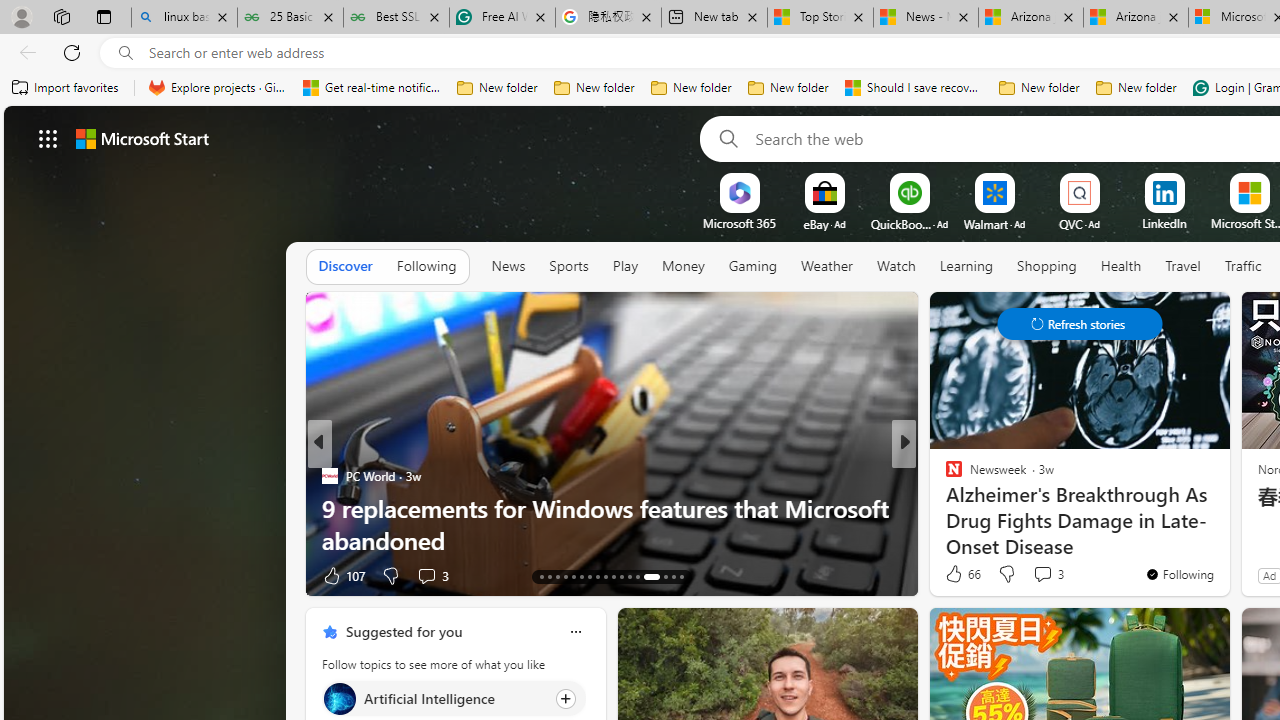  What do you see at coordinates (568, 266) in the screenshot?
I see `'Sports'` at bounding box center [568, 266].